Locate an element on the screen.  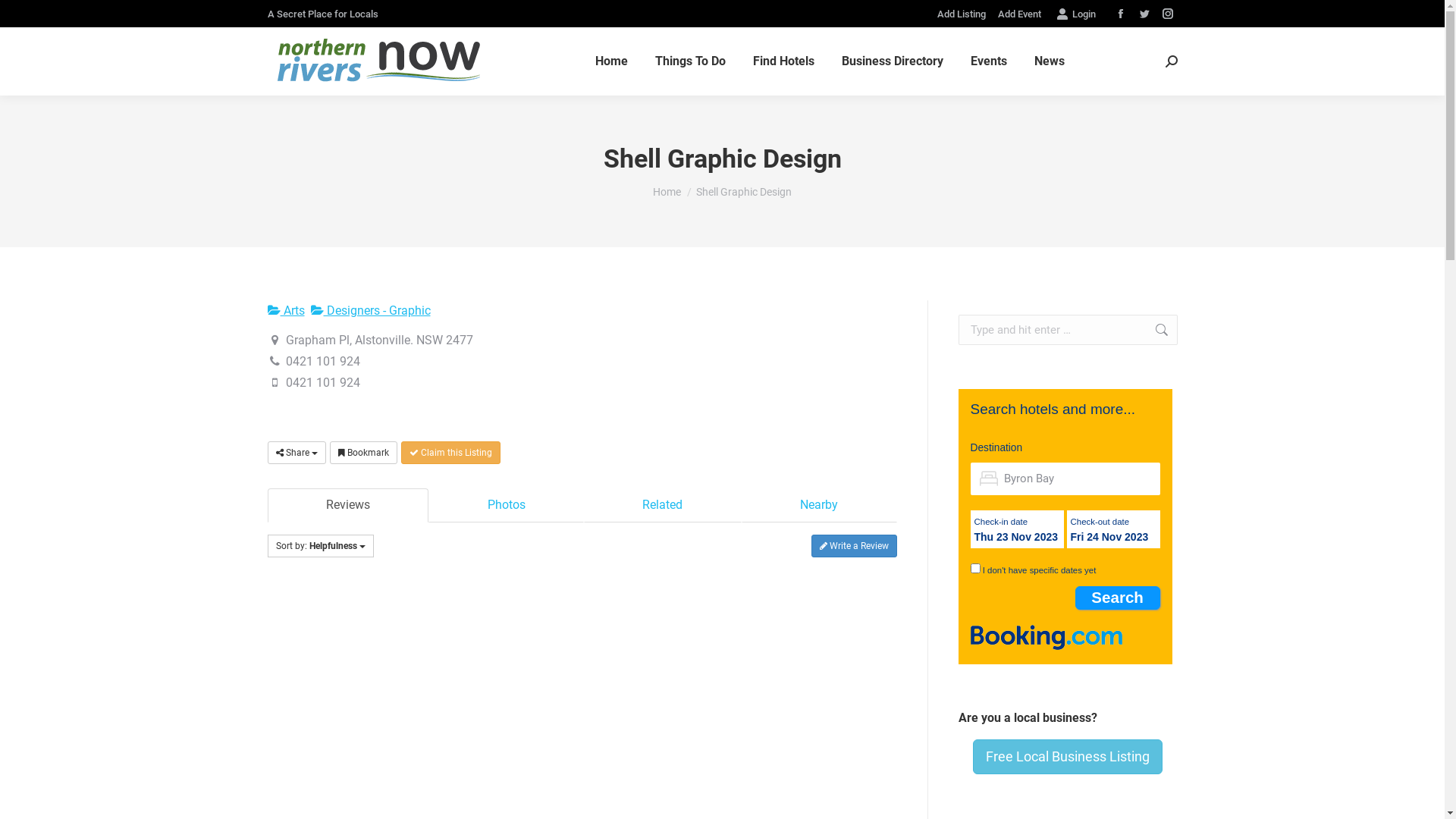
'Bookmark' is located at coordinates (362, 452).